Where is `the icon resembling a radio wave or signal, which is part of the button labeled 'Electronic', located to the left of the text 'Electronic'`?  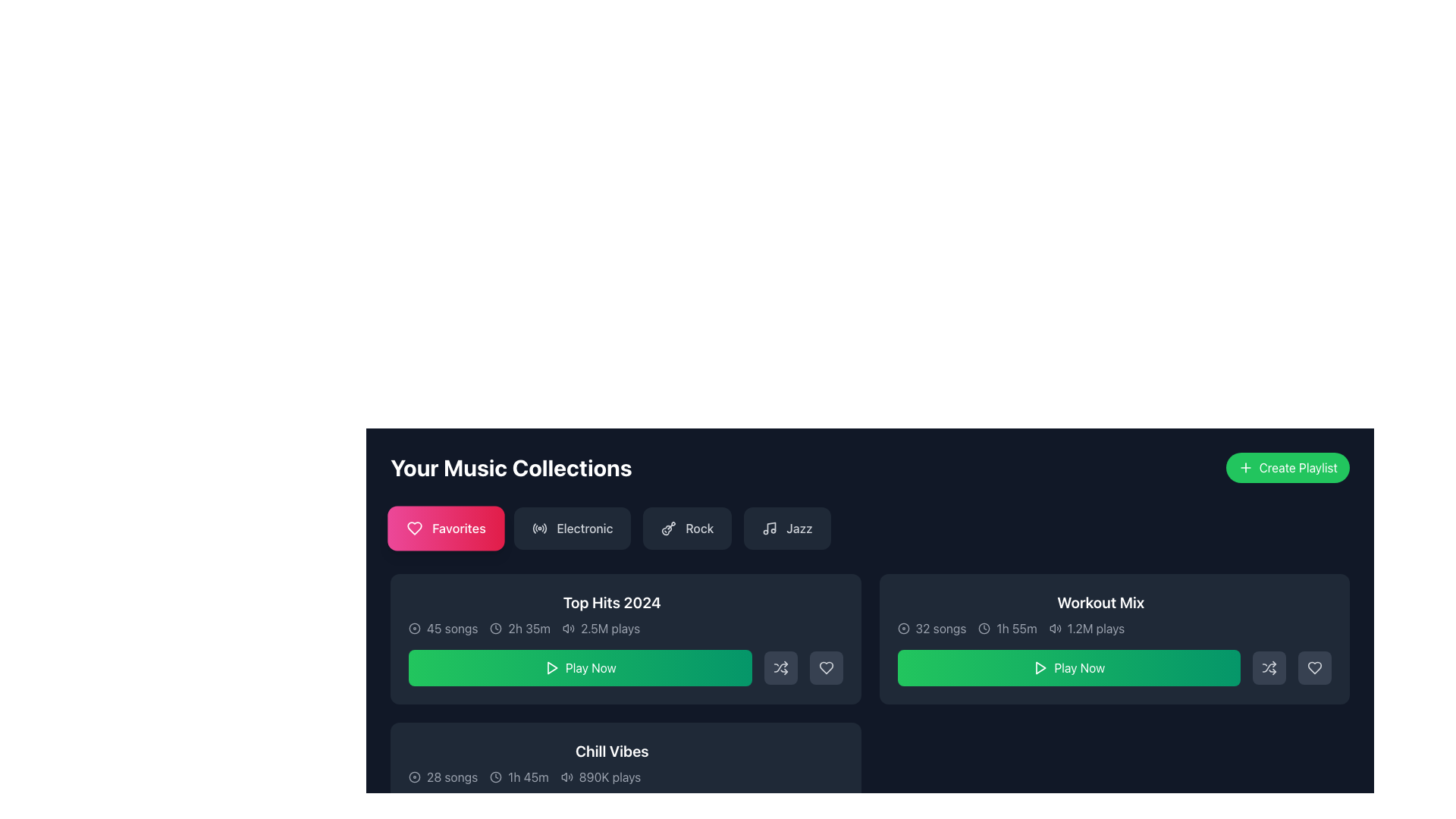 the icon resembling a radio wave or signal, which is part of the button labeled 'Electronic', located to the left of the text 'Electronic' is located at coordinates (540, 528).